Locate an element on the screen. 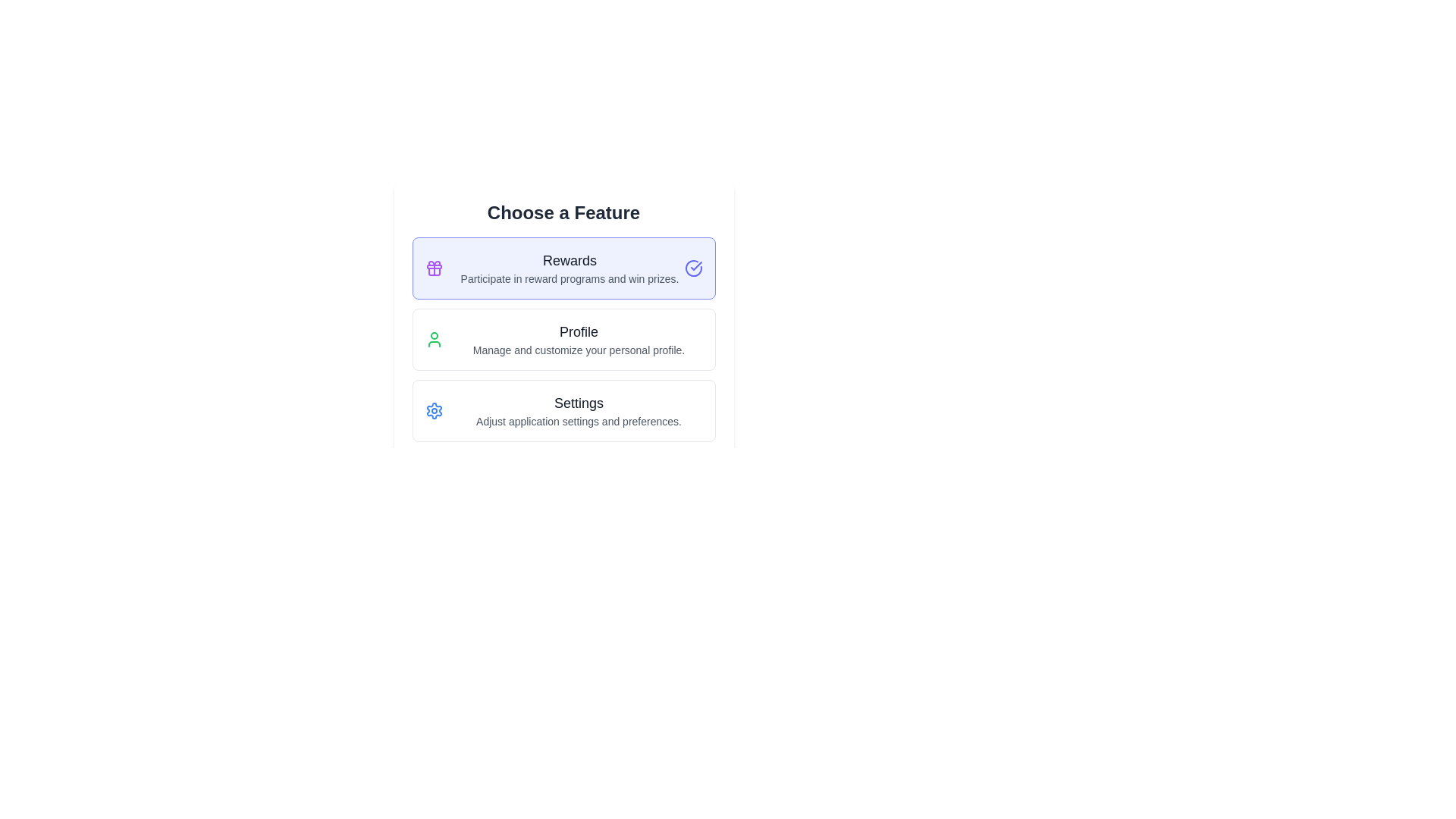  the Decorative SVG Icon, which features a blue-stroked checkmark inside a circle and is located within the 'Rewards' feature area is located at coordinates (695, 265).